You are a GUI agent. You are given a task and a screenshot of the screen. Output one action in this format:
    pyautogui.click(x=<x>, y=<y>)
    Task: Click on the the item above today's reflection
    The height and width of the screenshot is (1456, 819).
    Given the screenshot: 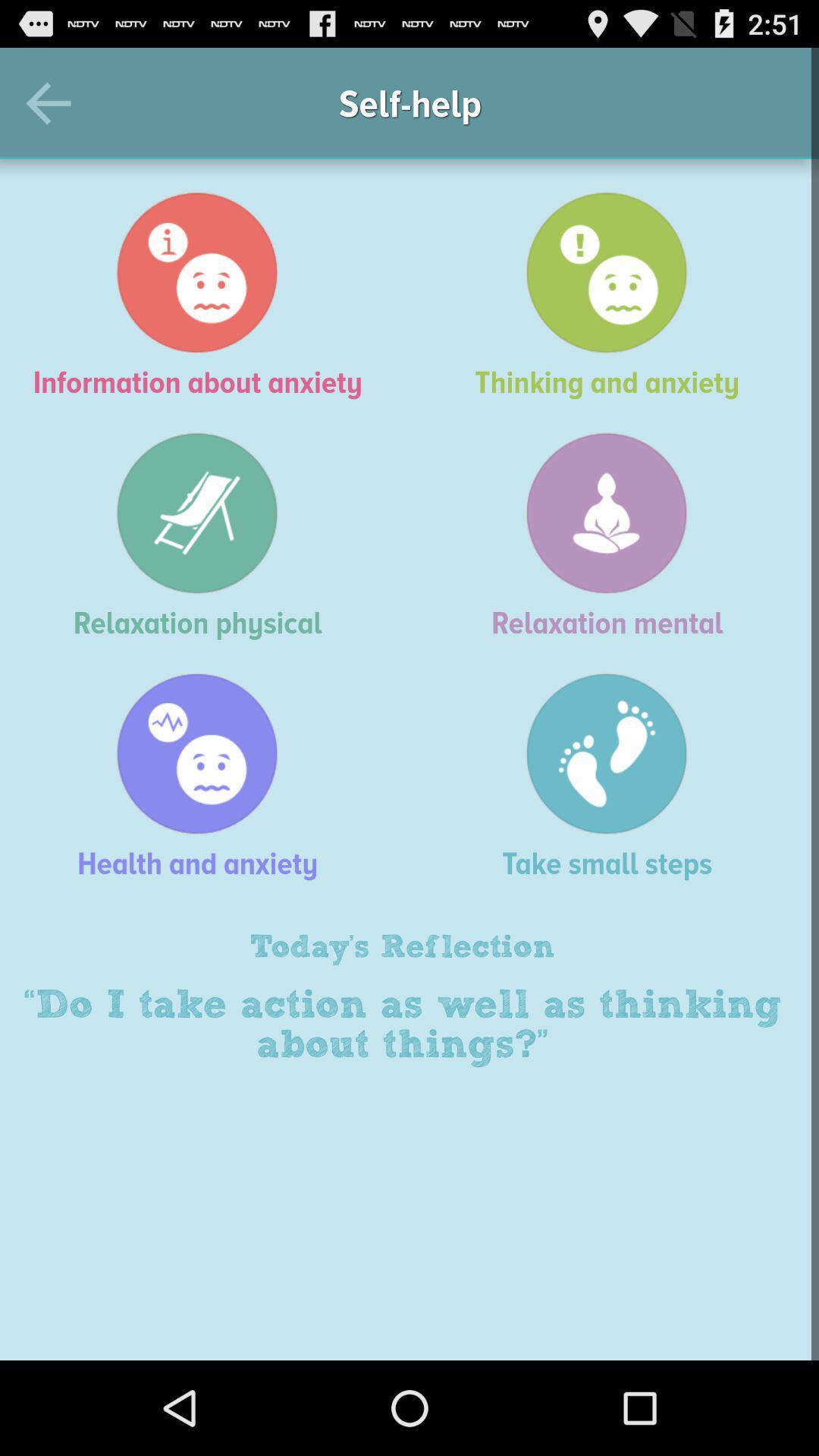 What is the action you would take?
    pyautogui.click(x=614, y=777)
    